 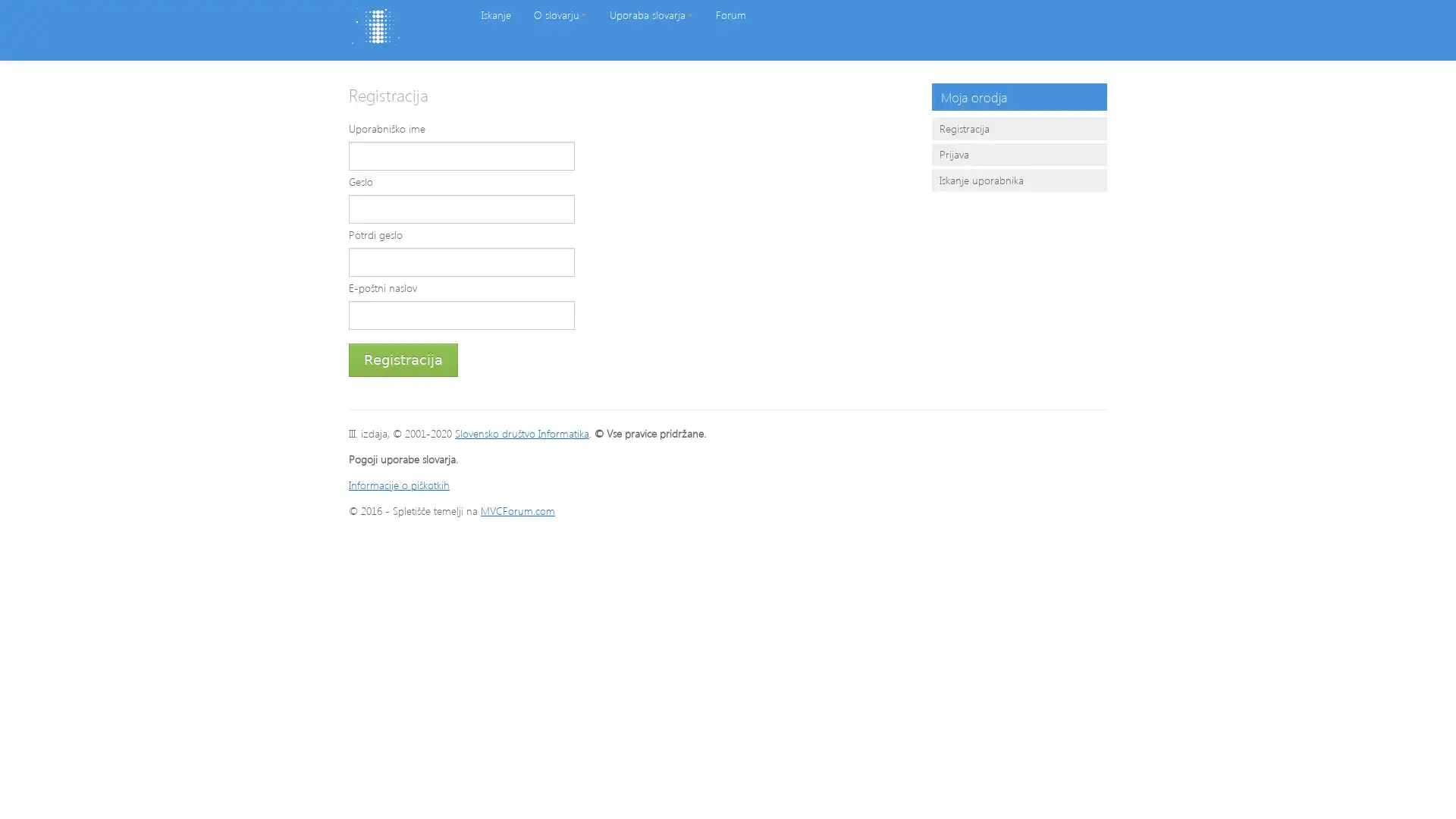 What do you see at coordinates (403, 359) in the screenshot?
I see `Registracija` at bounding box center [403, 359].